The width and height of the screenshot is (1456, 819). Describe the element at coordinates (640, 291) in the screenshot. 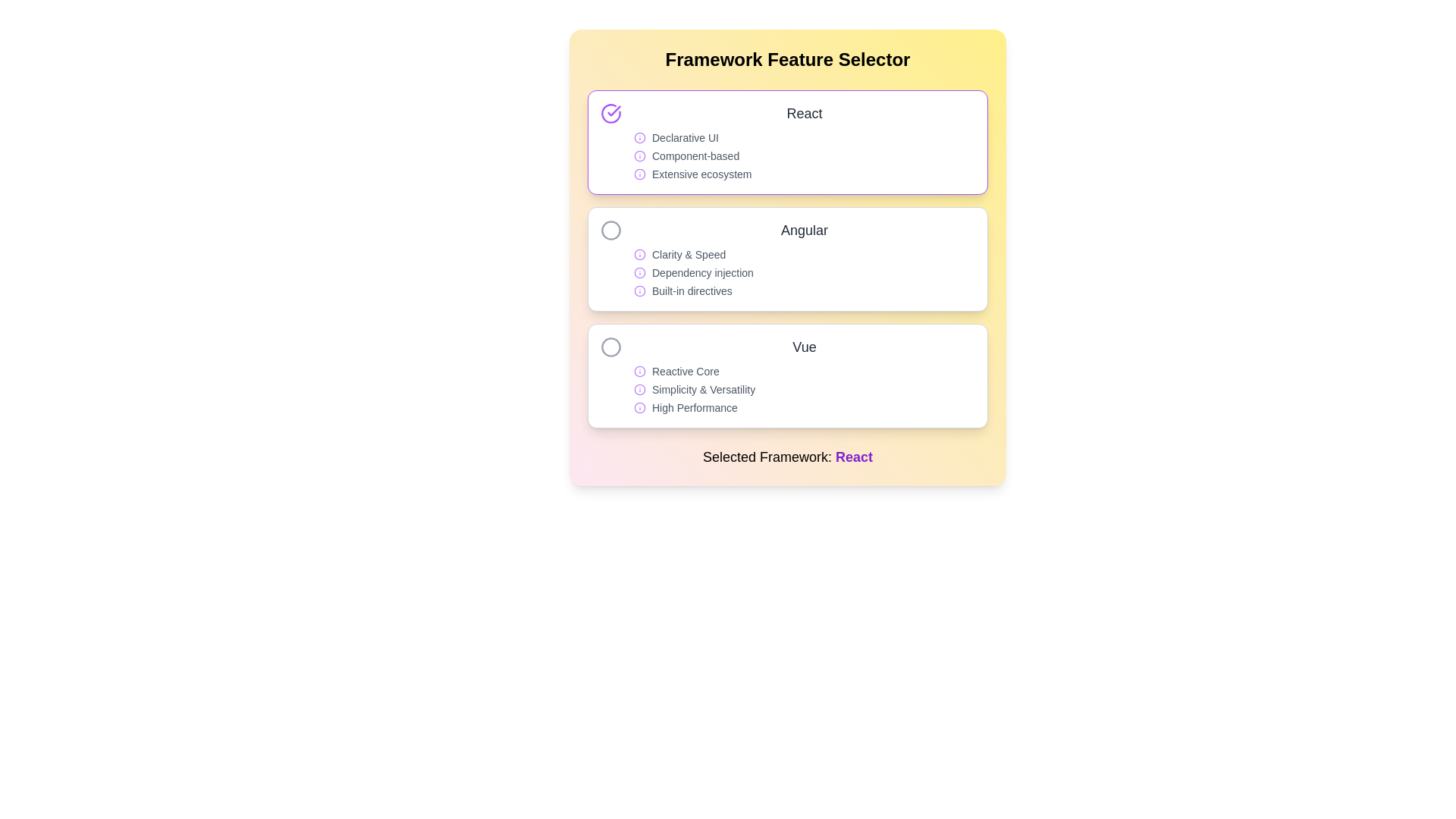

I see `the illustrative icon representing the features of the 'Angular' framework, located in the middle of the icon group` at that location.